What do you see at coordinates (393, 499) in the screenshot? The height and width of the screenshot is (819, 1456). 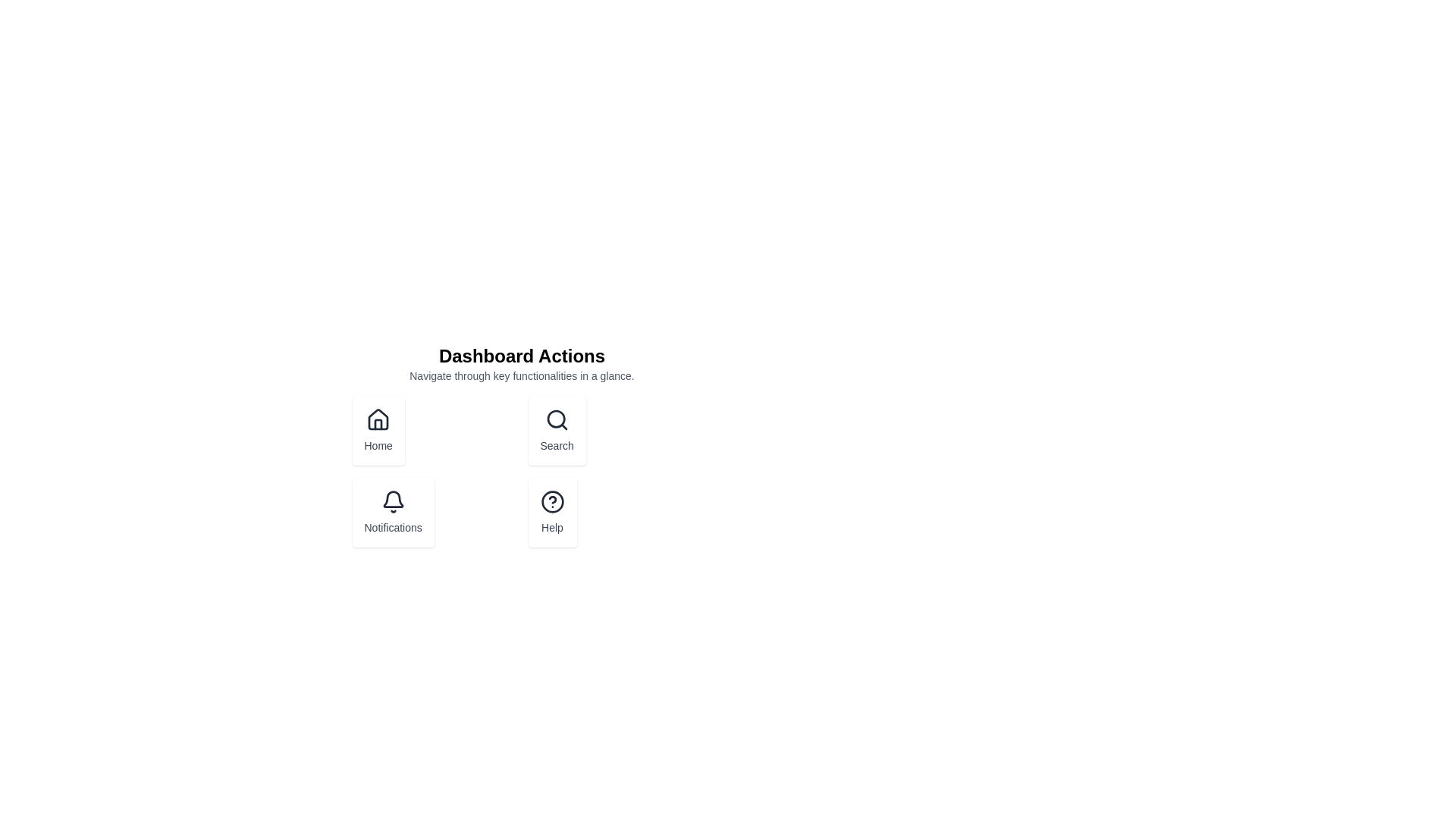 I see `the arc-like shape forming the body of the bell icon in the Notifications section of the dashboard layout` at bounding box center [393, 499].